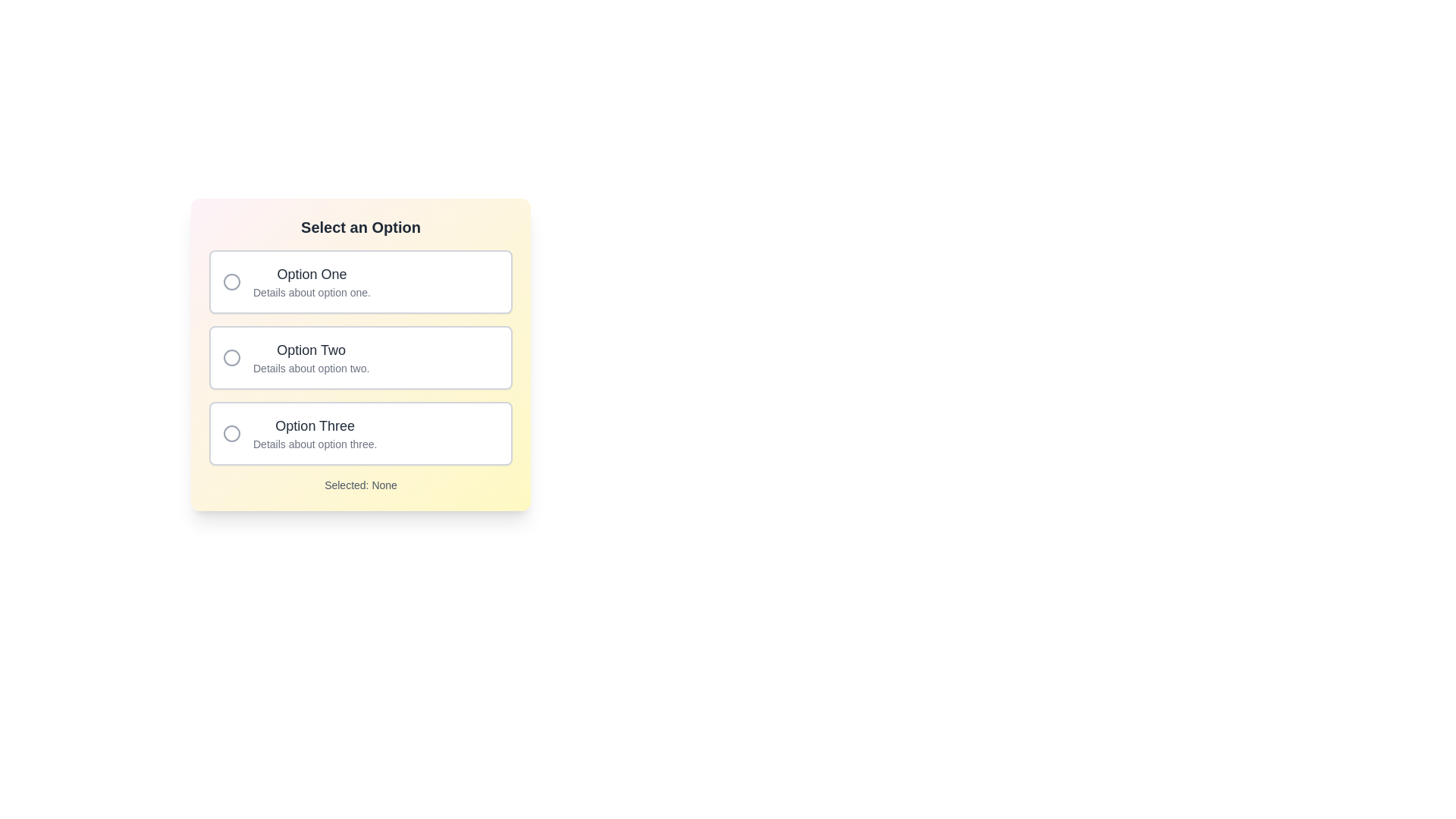 The image size is (1456, 819). What do you see at coordinates (311, 292) in the screenshot?
I see `the Text Label that provides additional descriptive information about 'Option One', located immediately below the header text 'Option One' in the first option block` at bounding box center [311, 292].